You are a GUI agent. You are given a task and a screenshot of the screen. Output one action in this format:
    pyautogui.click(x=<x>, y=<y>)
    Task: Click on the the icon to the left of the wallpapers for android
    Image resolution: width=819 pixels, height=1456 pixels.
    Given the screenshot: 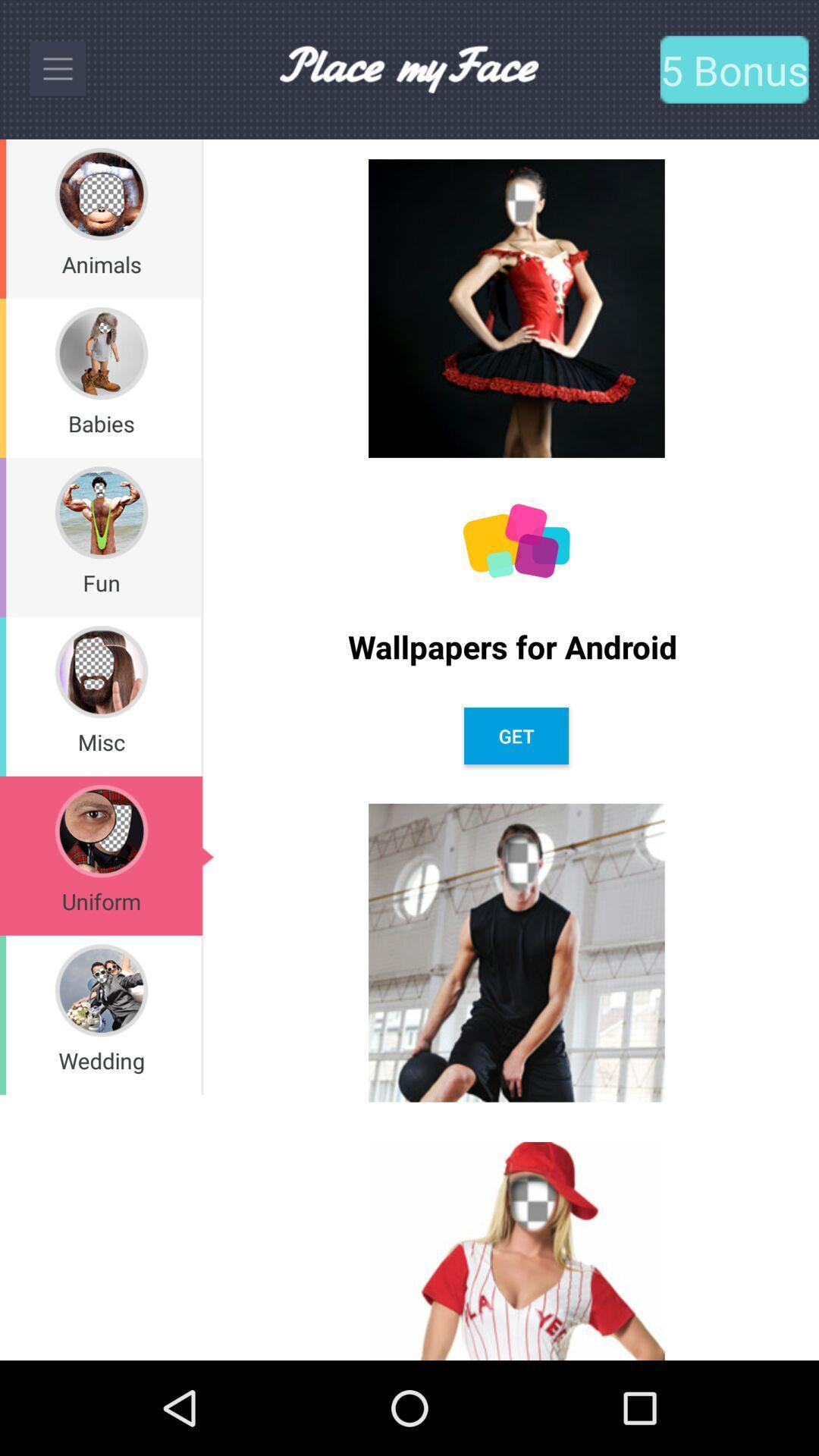 What is the action you would take?
    pyautogui.click(x=201, y=695)
    